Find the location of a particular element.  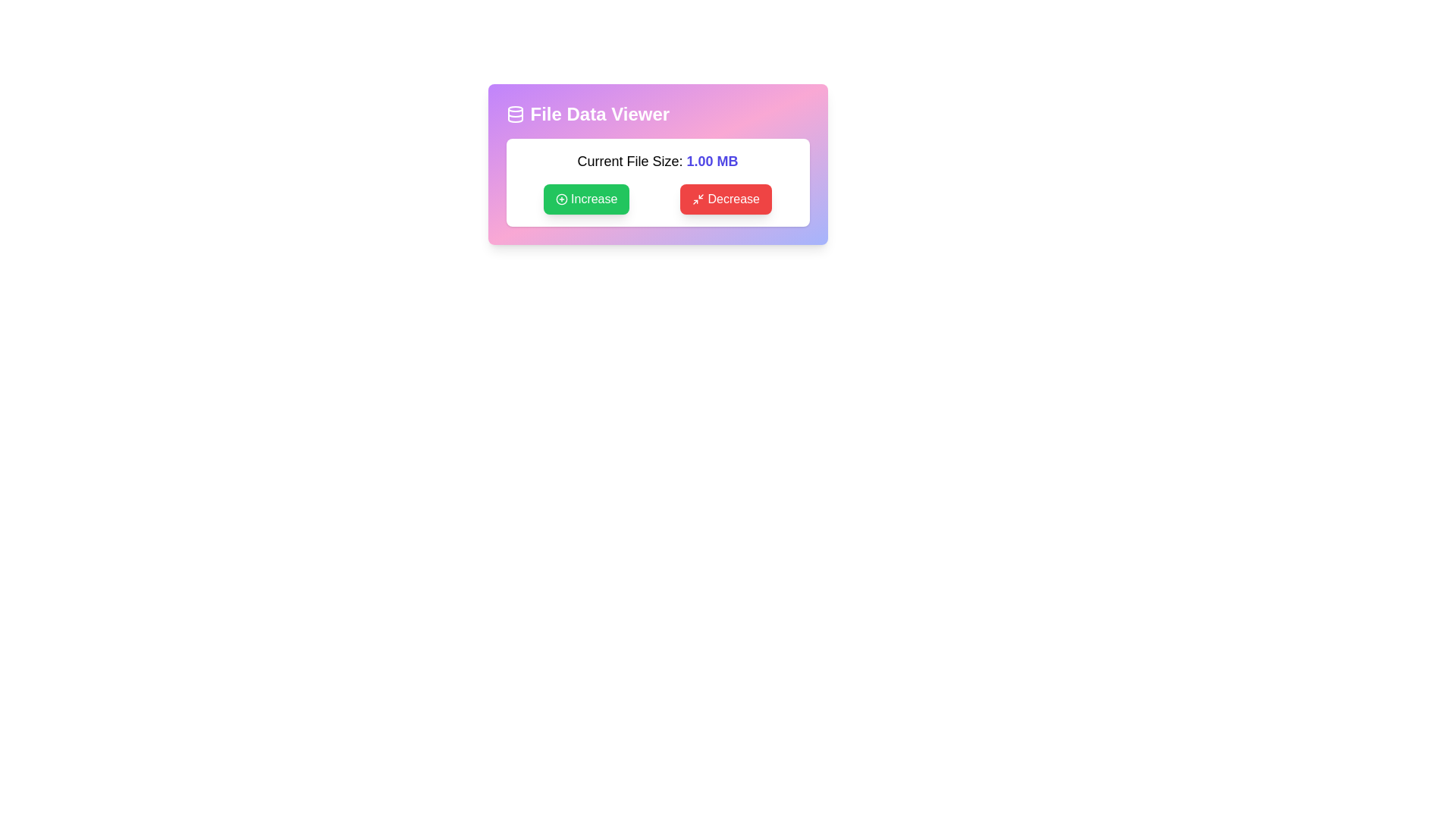

the static informational label displaying 'Current File Size: 1.00 MB', which is styled in large font with '1.00 MB' in bold blue, located above the 'Increase' and 'Decrease' buttons in the 'File Data Viewer' card is located at coordinates (657, 161).